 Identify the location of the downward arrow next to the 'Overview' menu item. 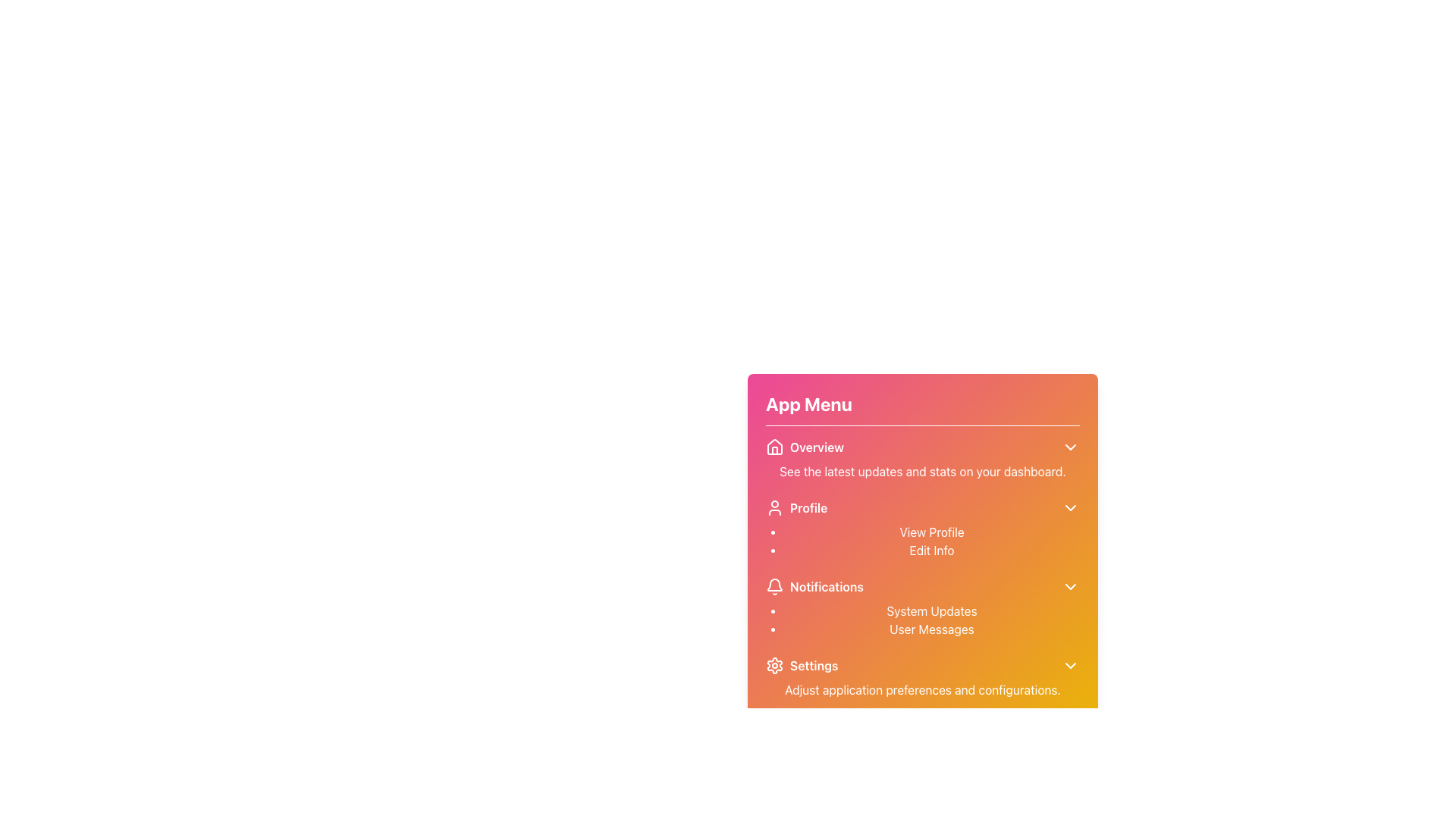
(922, 458).